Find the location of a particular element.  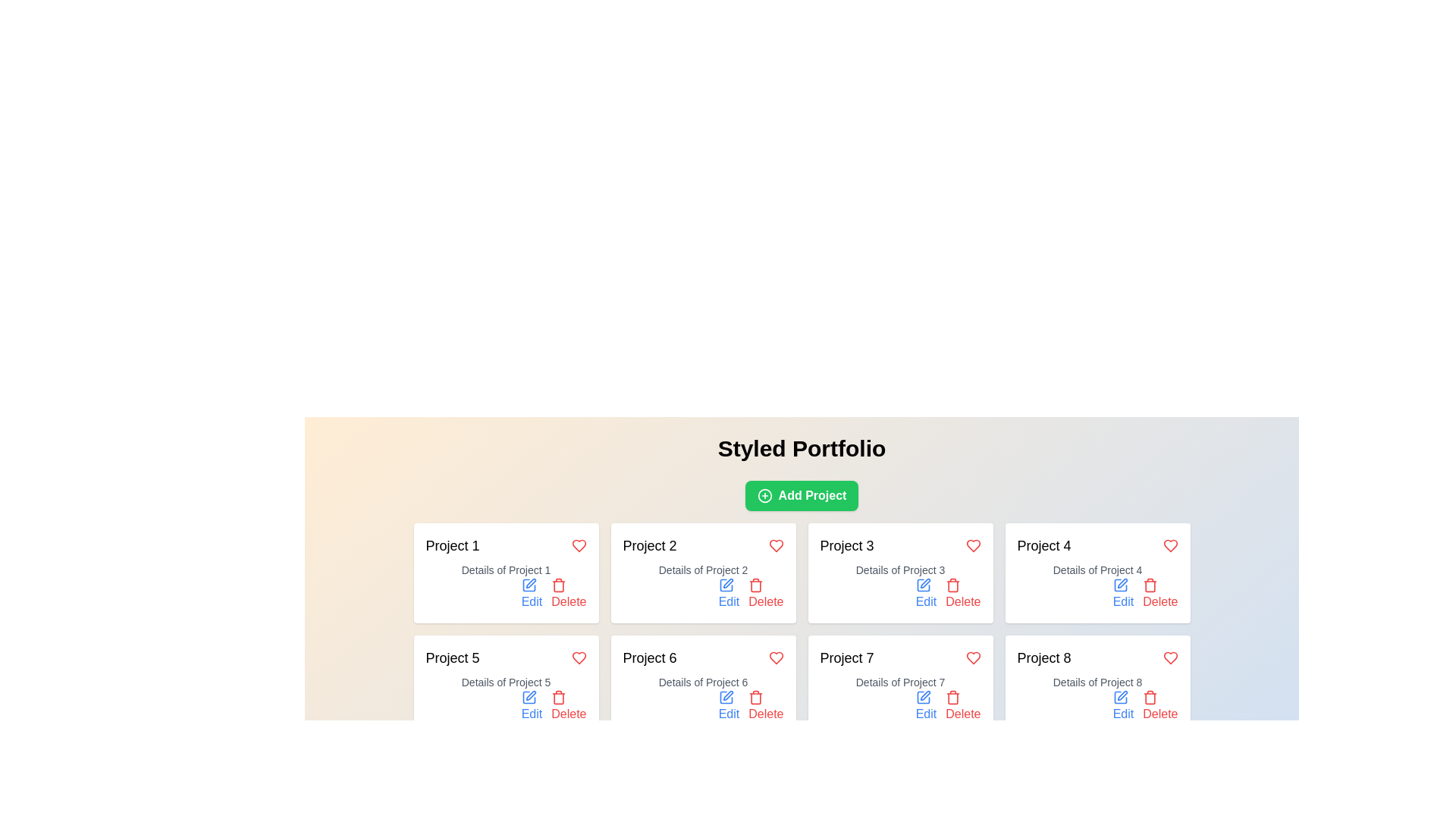

the plaintext label displaying 'Project 7', which is styled with a medium-sized bold font and located in the second row and third column of the project cards layout is located at coordinates (846, 657).